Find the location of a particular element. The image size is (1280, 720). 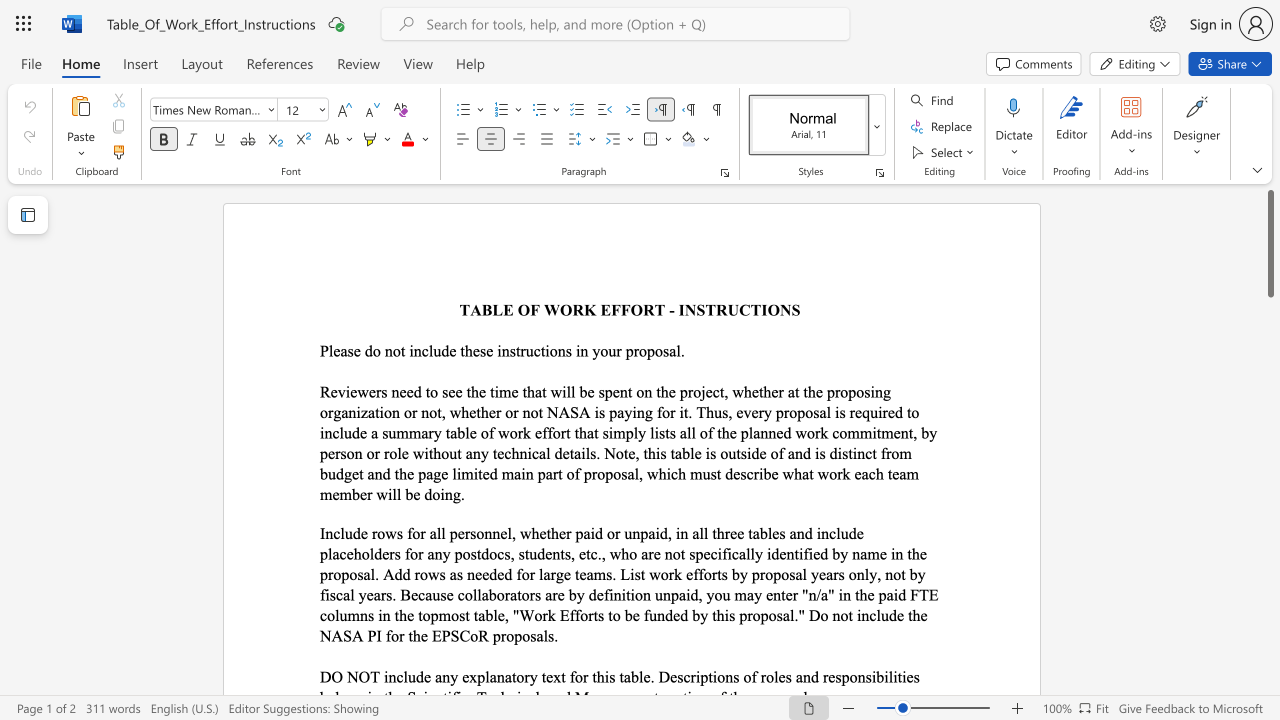

the scrollbar on the side is located at coordinates (1269, 408).